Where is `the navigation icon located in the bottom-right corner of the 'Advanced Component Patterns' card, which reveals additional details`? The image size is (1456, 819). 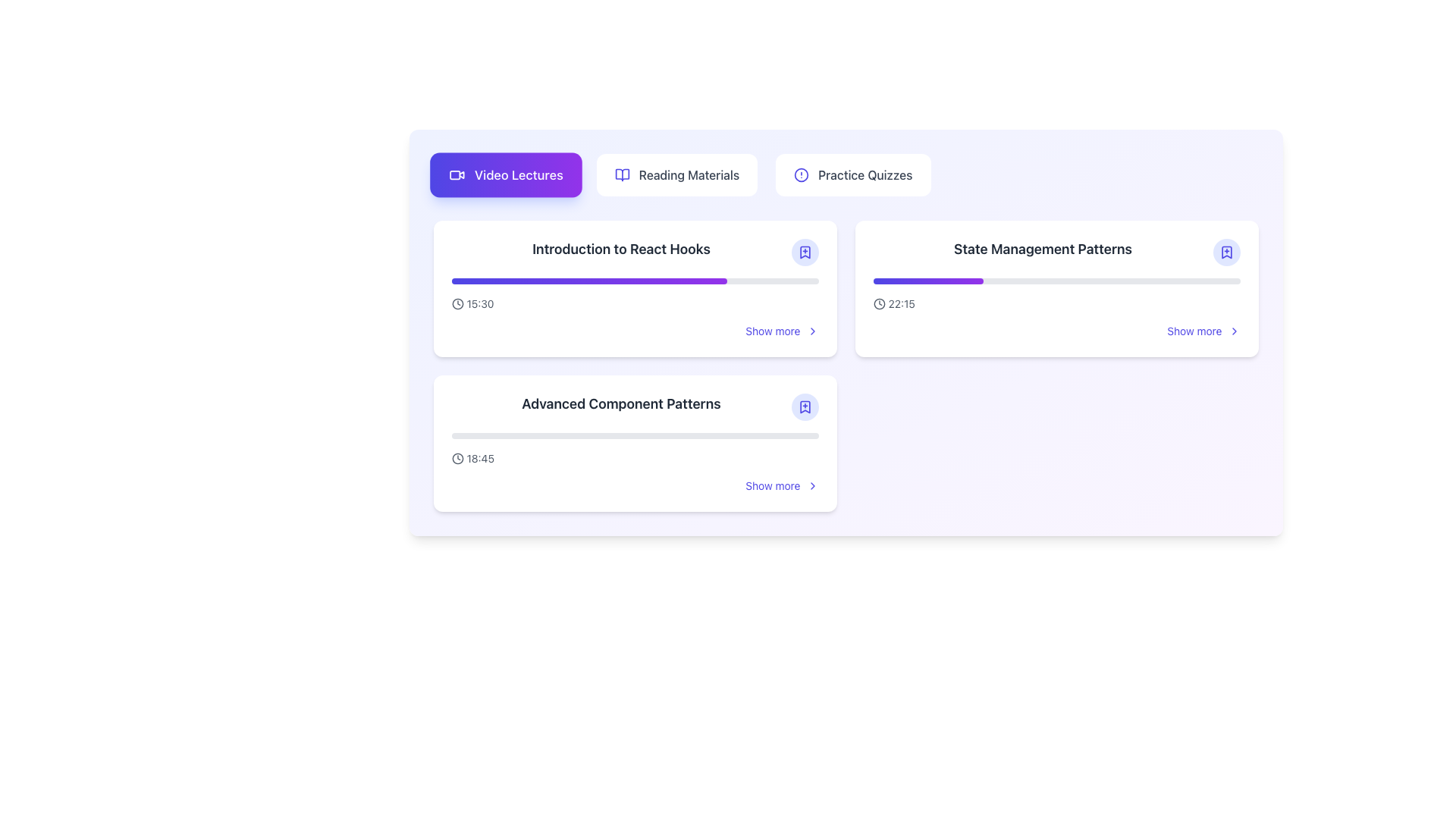
the navigation icon located in the bottom-right corner of the 'Advanced Component Patterns' card, which reveals additional details is located at coordinates (811, 485).